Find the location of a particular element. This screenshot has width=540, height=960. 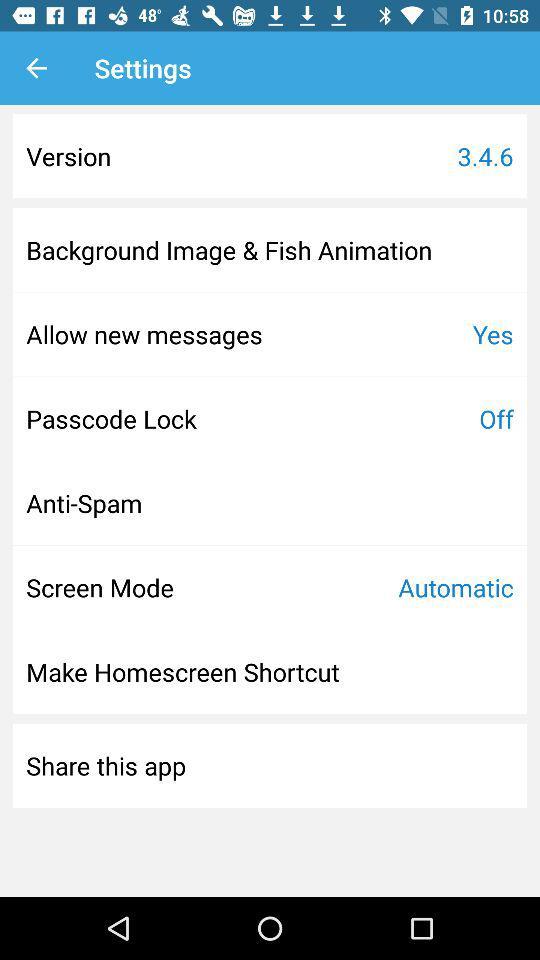

share this app is located at coordinates (106, 764).